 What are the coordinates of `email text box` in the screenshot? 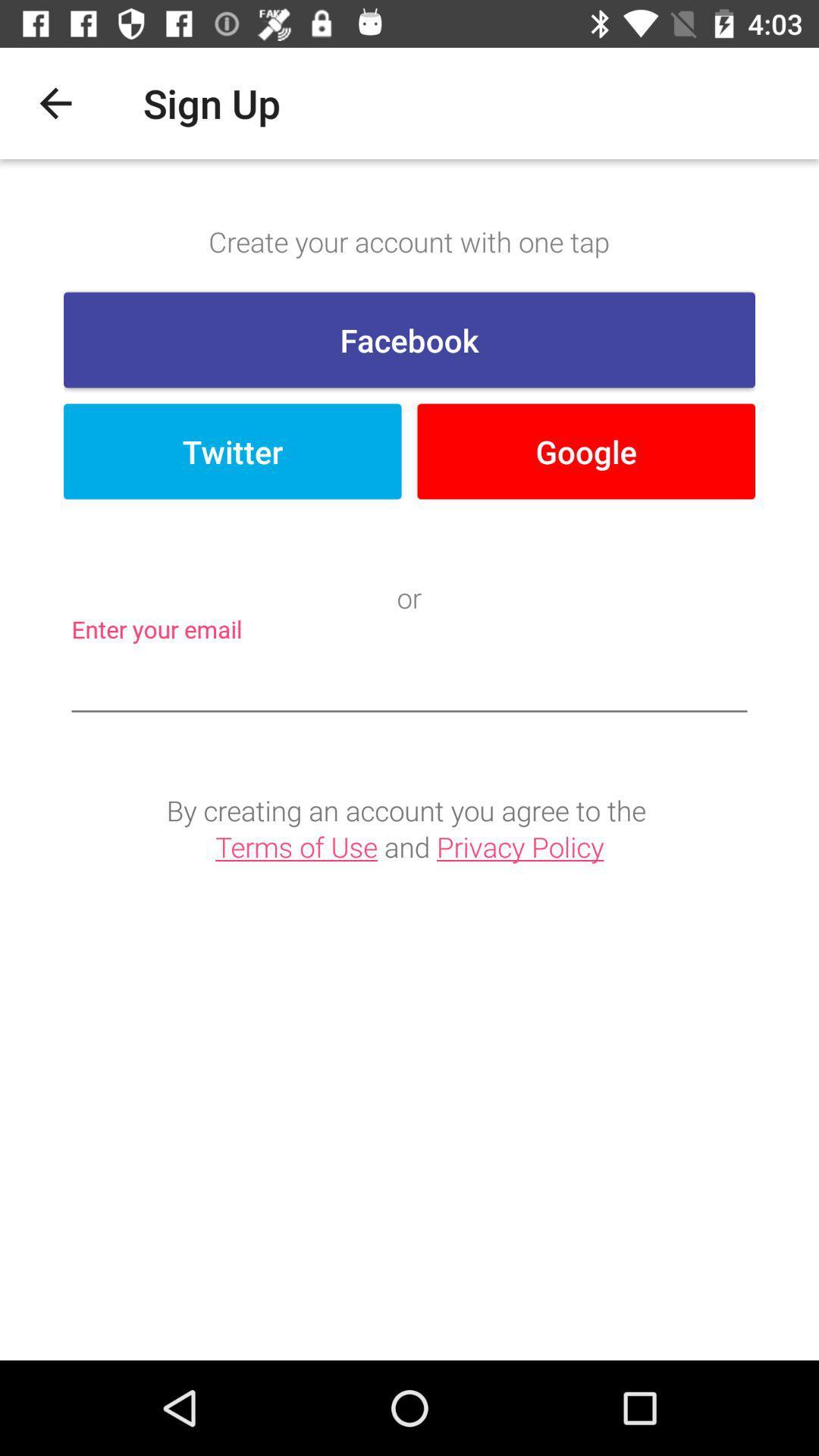 It's located at (409, 682).